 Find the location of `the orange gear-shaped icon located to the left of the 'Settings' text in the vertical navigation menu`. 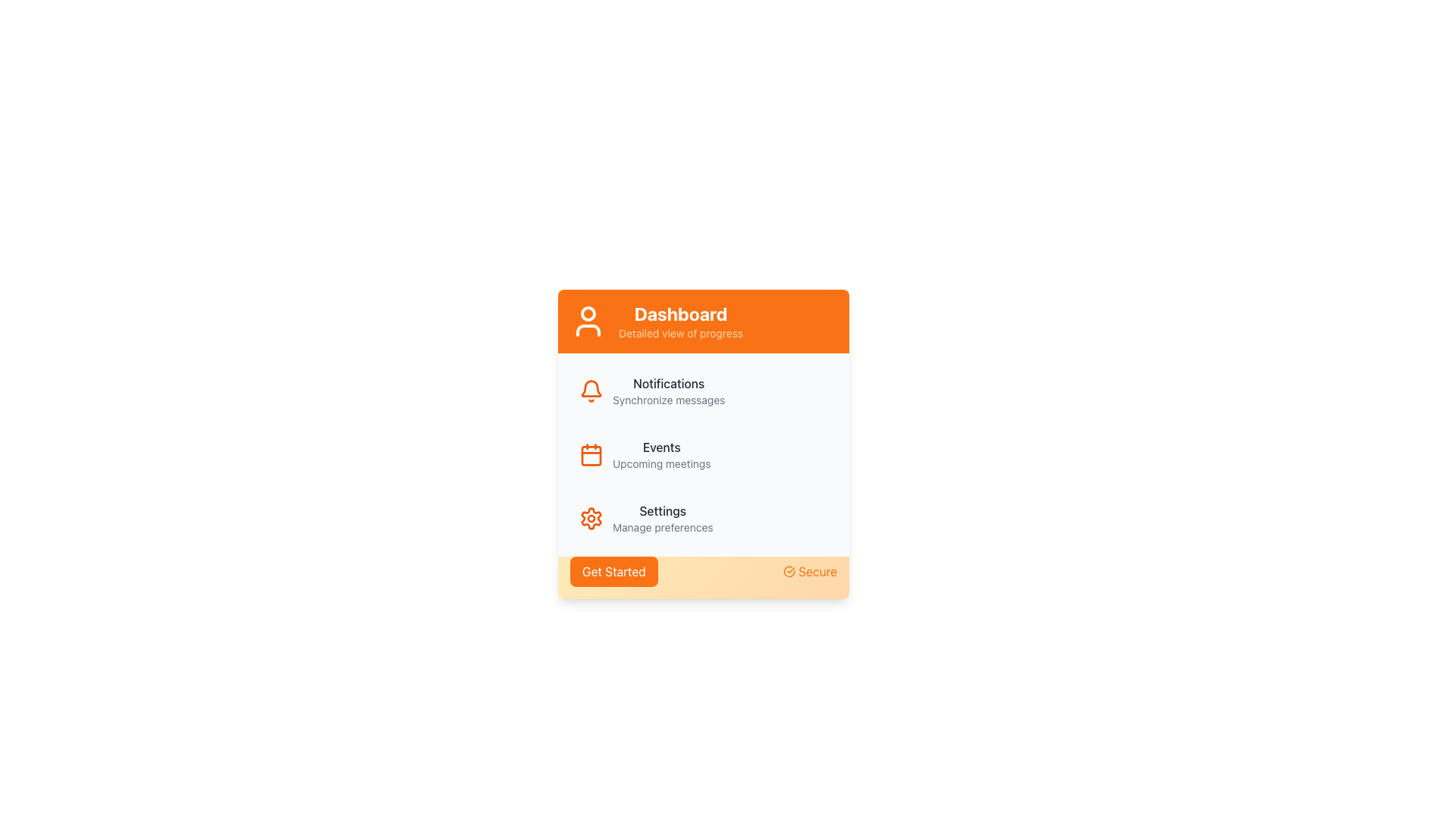

the orange gear-shaped icon located to the left of the 'Settings' text in the vertical navigation menu is located at coordinates (590, 517).